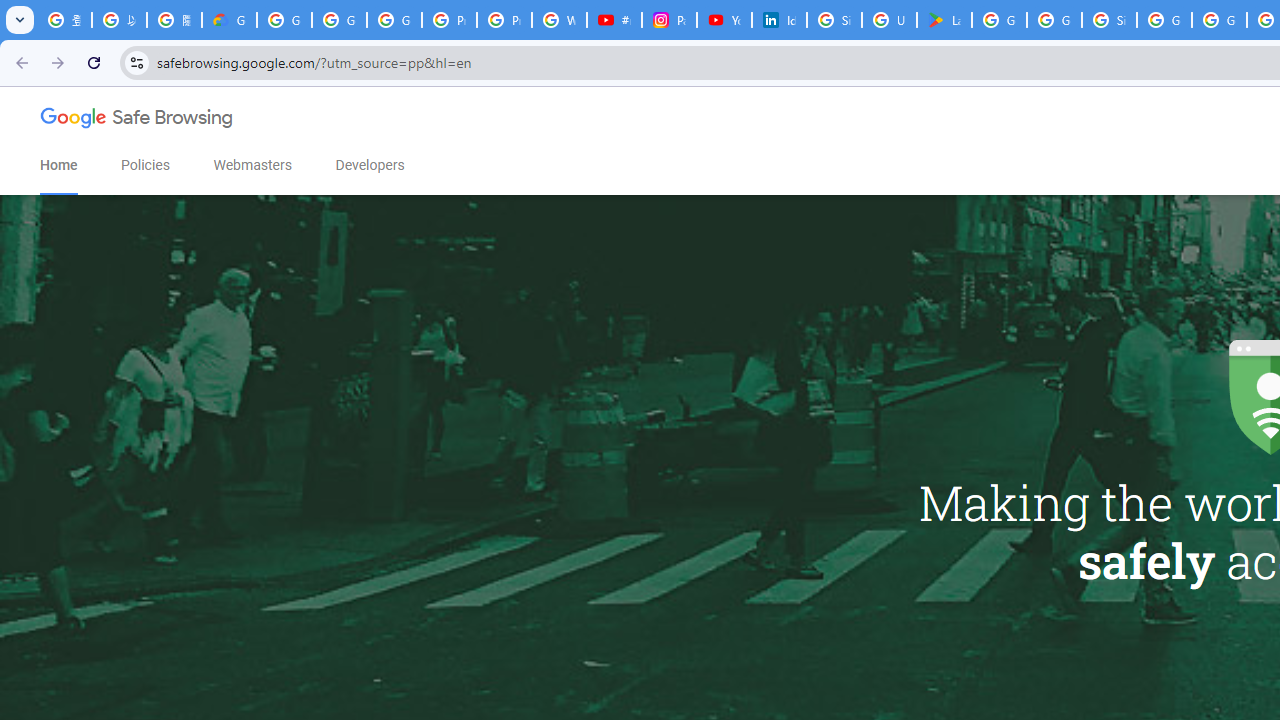 Image resolution: width=1280 pixels, height=720 pixels. I want to click on 'Home', so click(58, 164).